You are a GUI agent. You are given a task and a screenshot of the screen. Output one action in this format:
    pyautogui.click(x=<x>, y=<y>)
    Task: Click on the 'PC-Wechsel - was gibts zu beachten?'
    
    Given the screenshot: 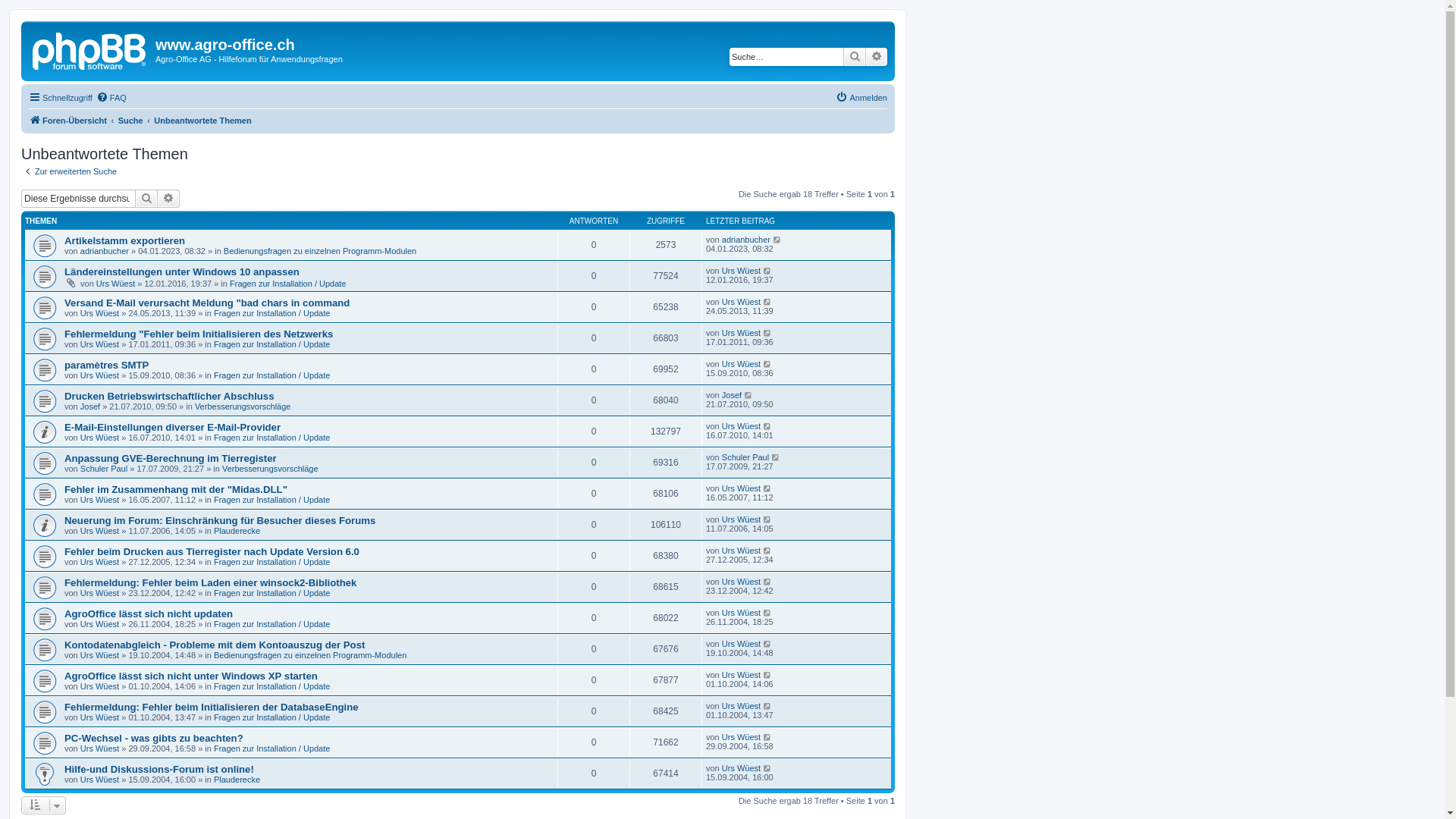 What is the action you would take?
    pyautogui.click(x=153, y=737)
    